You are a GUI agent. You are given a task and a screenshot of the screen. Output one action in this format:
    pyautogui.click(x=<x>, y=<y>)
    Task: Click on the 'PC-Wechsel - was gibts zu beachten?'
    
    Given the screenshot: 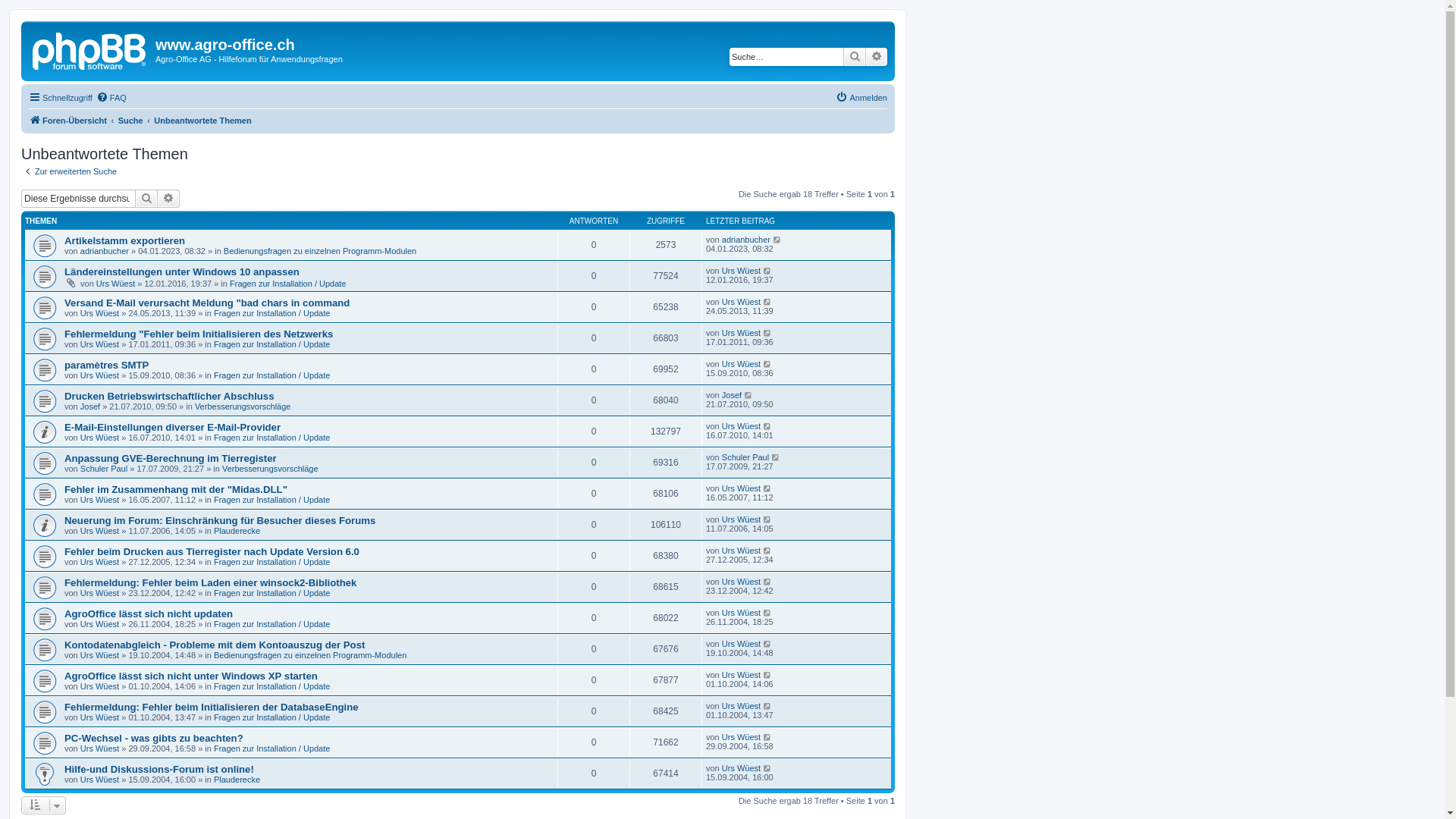 What is the action you would take?
    pyautogui.click(x=153, y=737)
    